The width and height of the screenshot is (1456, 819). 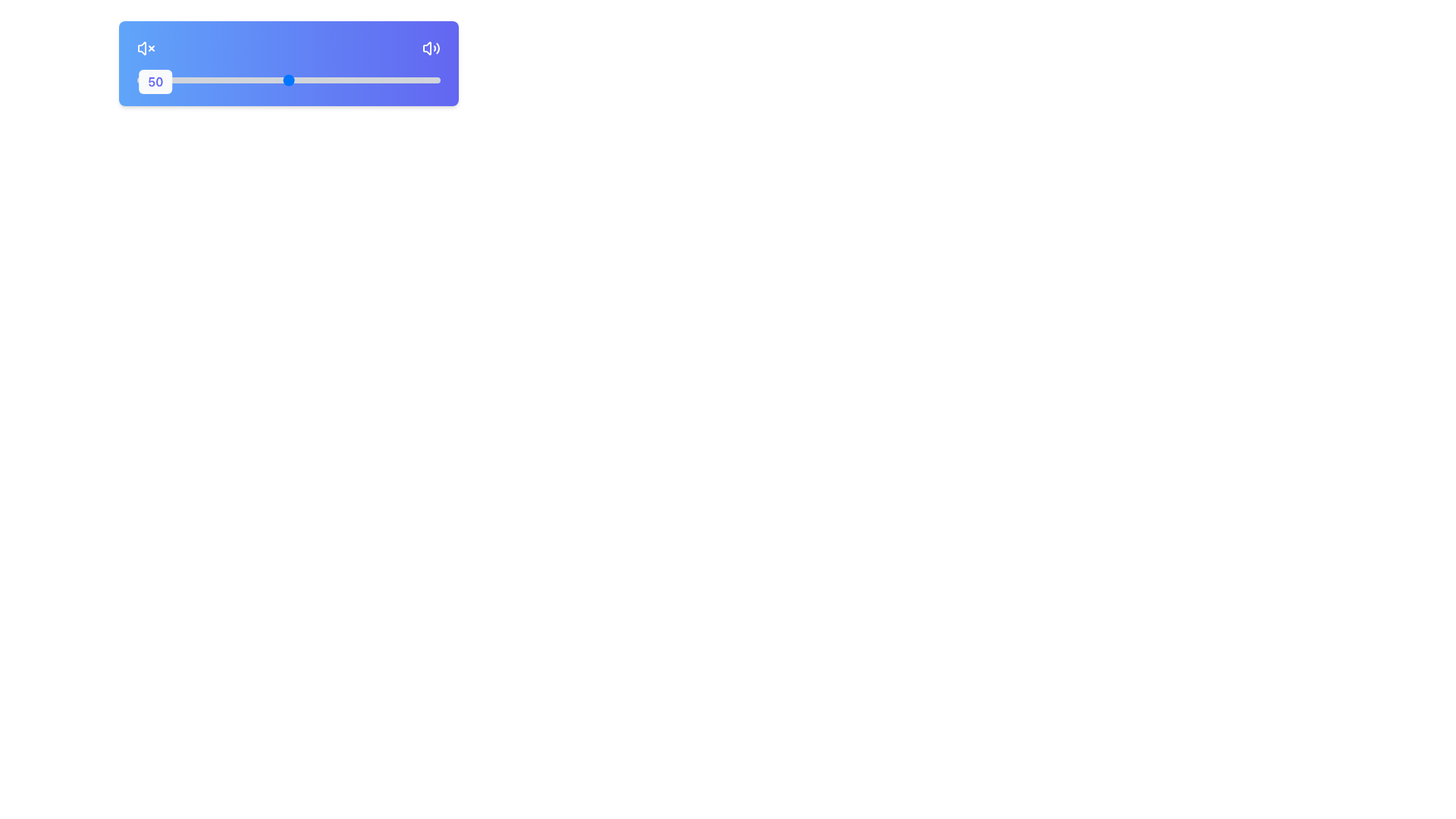 I want to click on the slider, so click(x=249, y=80).